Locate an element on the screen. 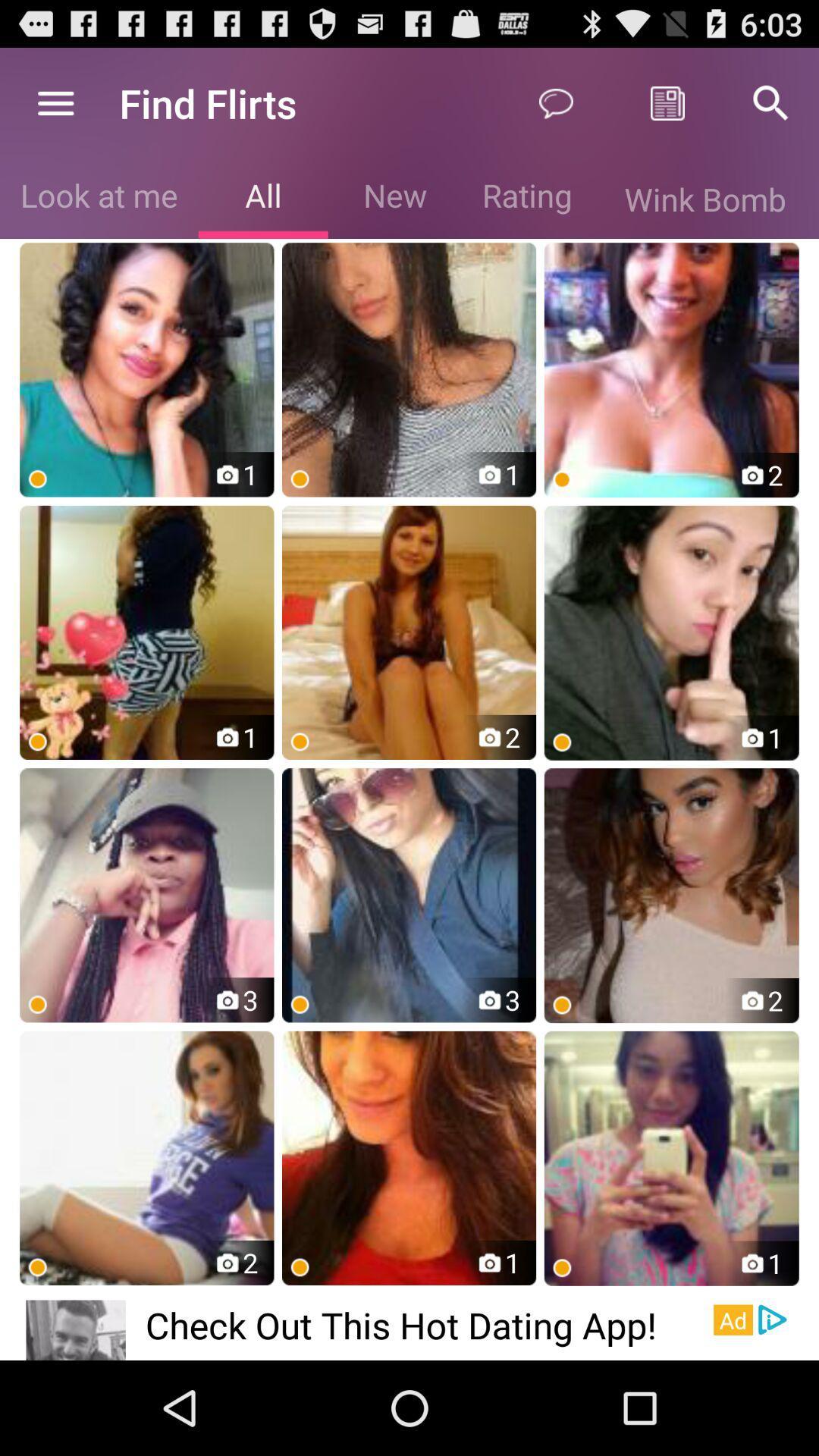 The image size is (819, 1456). the item below the look at me is located at coordinates (146, 369).